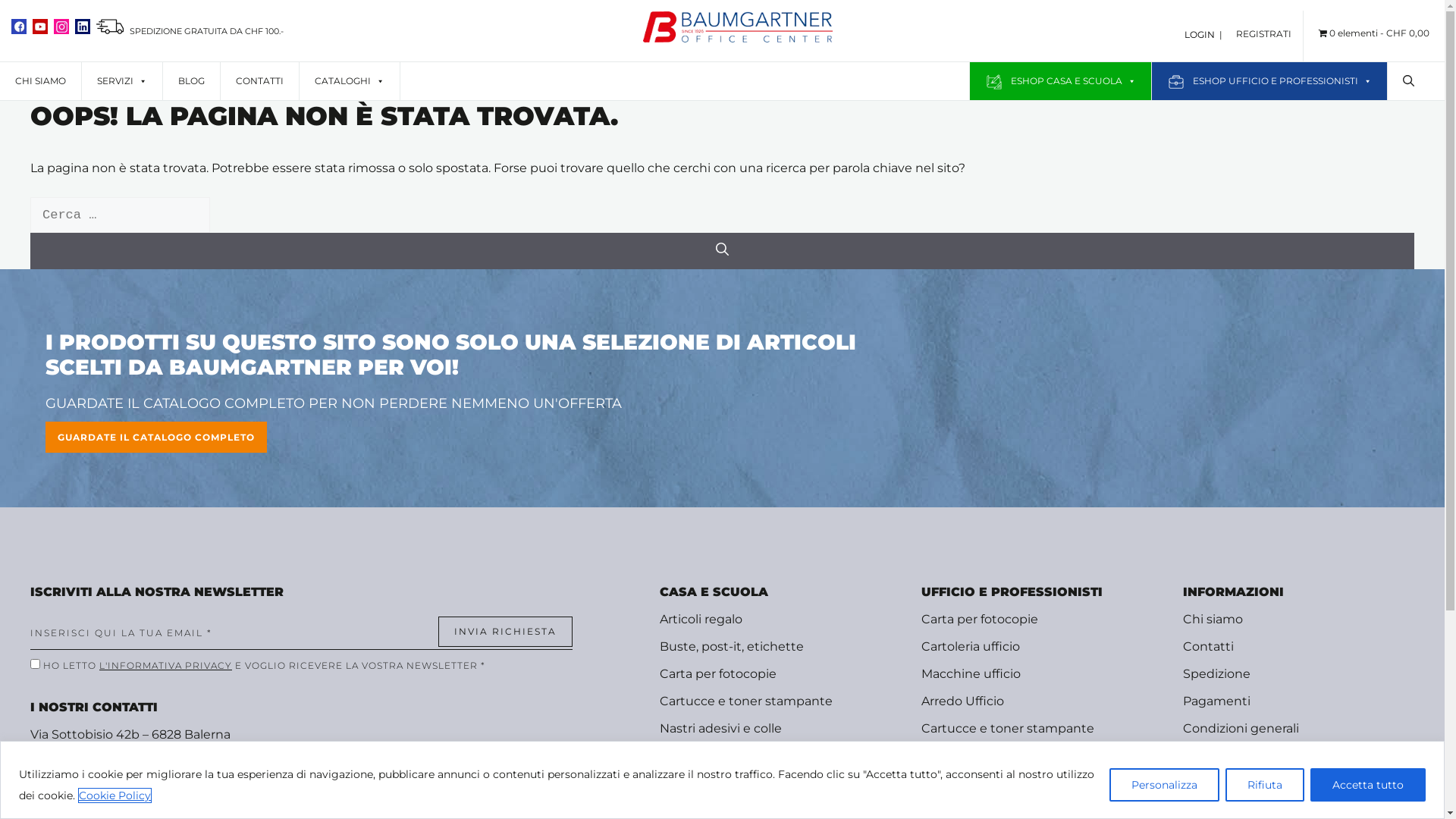 This screenshot has height=819, width=1456. What do you see at coordinates (1374, 33) in the screenshot?
I see `'0 elementiCHF 0,00'` at bounding box center [1374, 33].